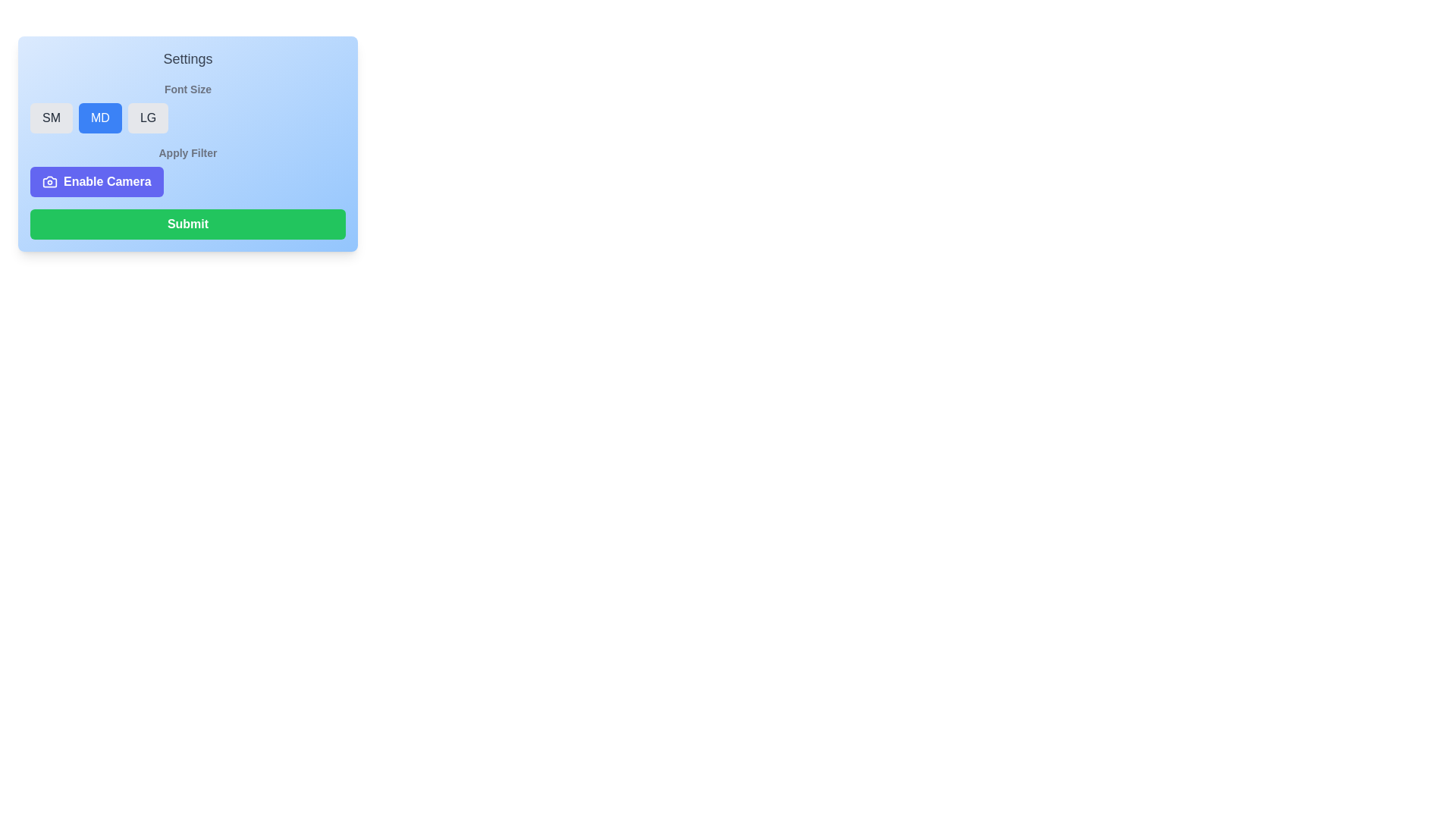 The width and height of the screenshot is (1456, 819). What do you see at coordinates (50, 180) in the screenshot?
I see `the camera icon within the 'Enable Camera' button in the settings panel, which is styled to match the thematic color and positioned to the left of the button text` at bounding box center [50, 180].